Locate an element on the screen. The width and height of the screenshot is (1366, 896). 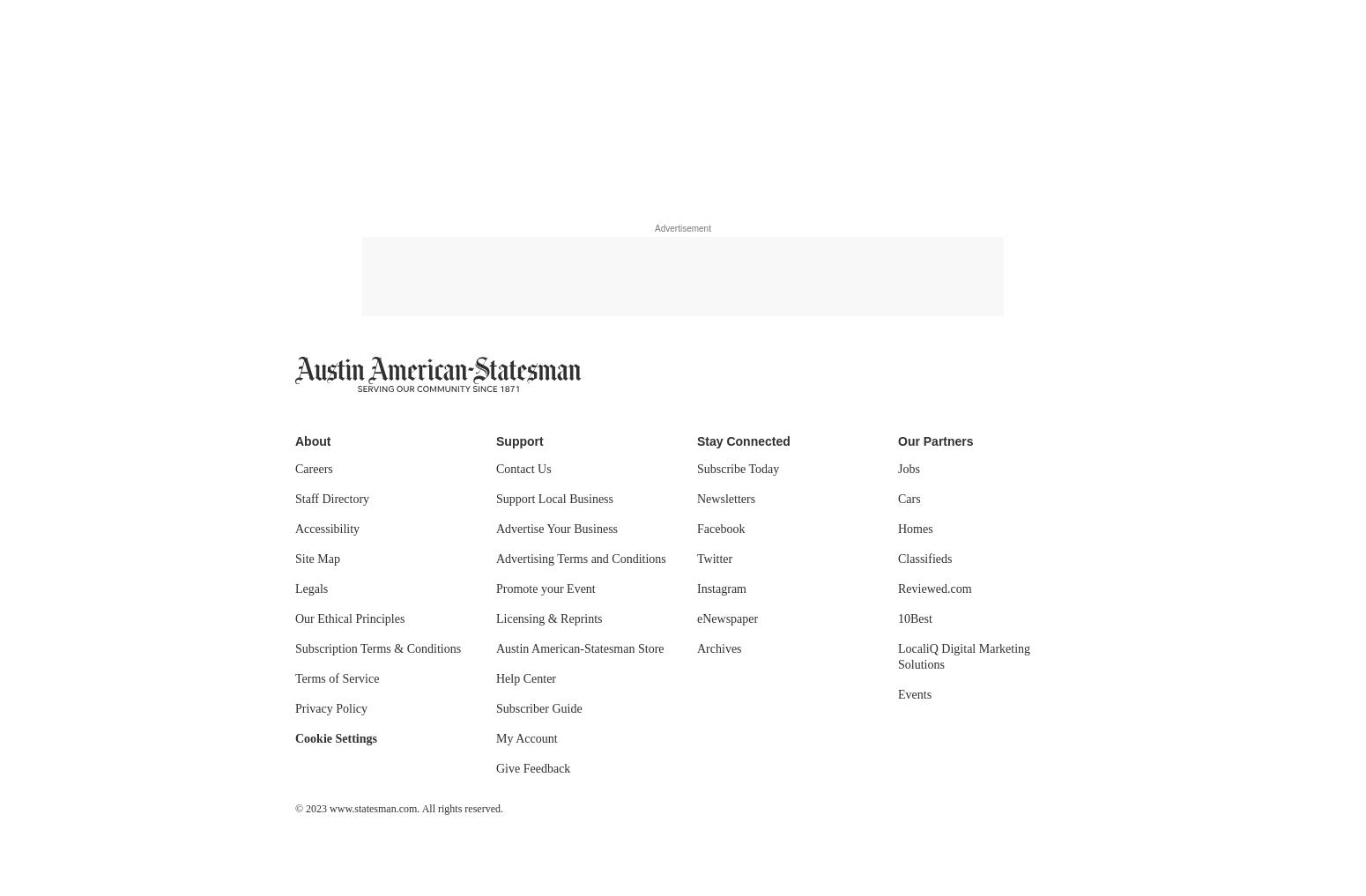
'Classifieds' is located at coordinates (924, 559).